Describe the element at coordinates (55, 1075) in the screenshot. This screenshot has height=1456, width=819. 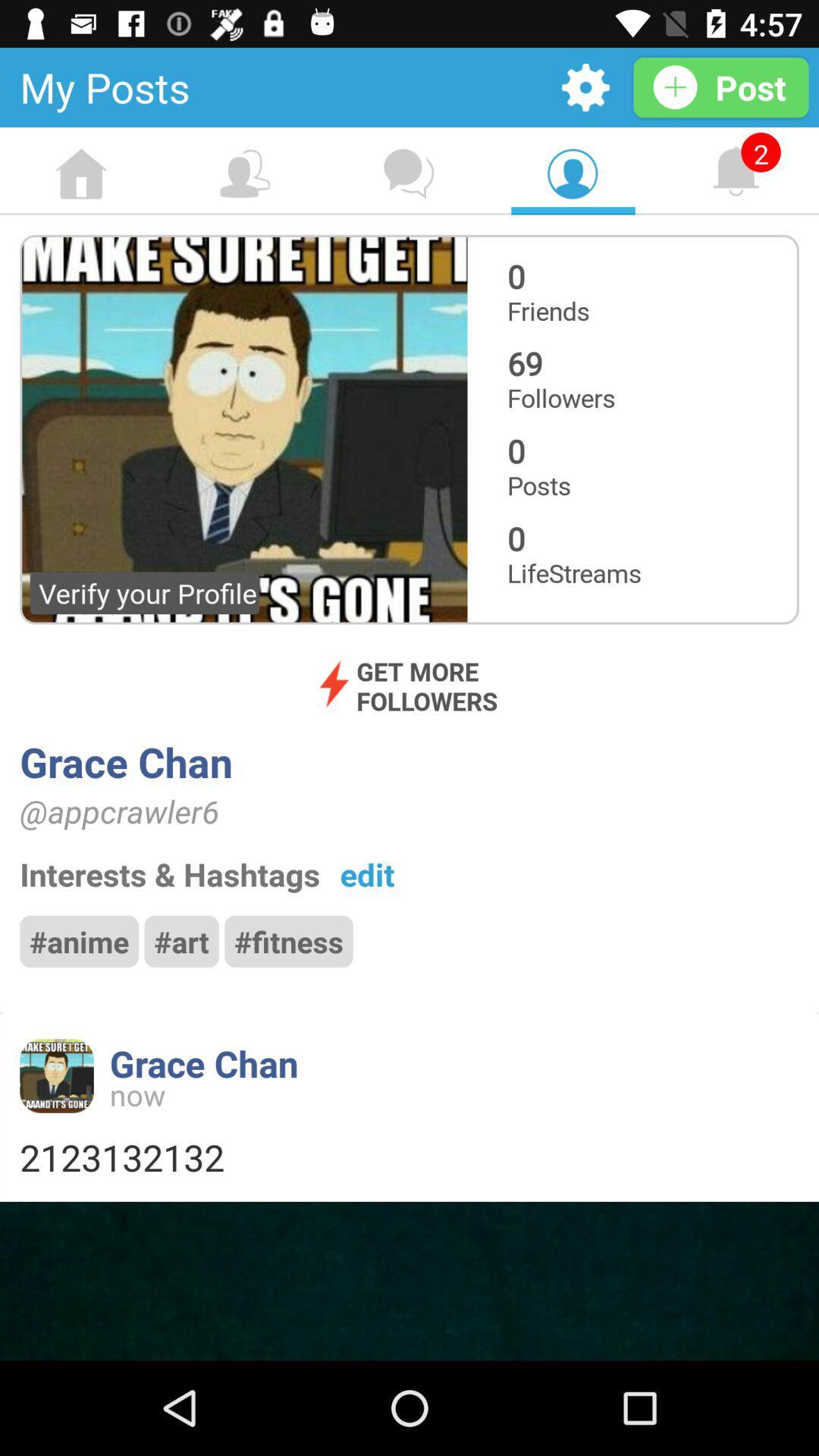
I see `the image which is before now on the page` at that location.